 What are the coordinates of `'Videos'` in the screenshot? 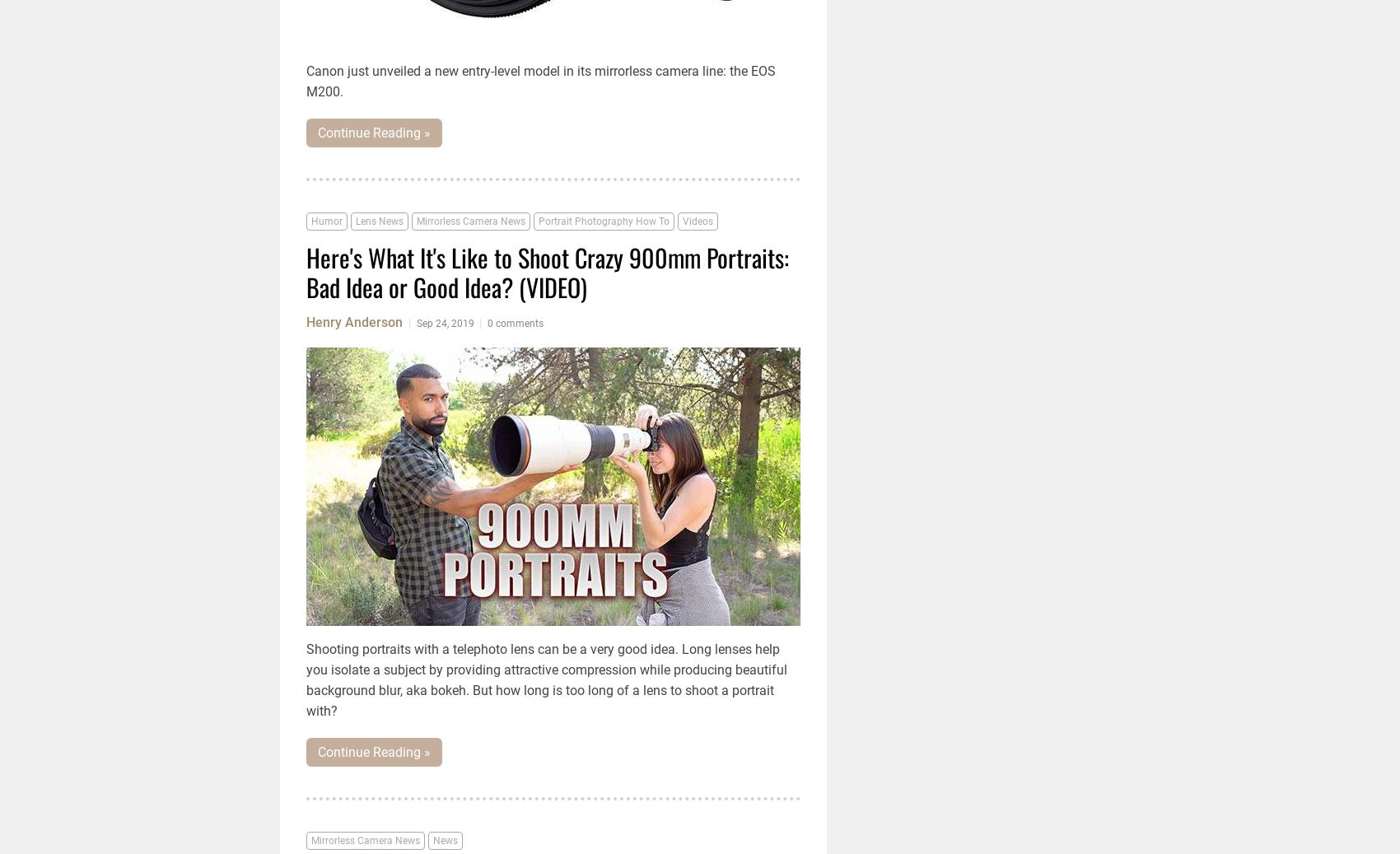 It's located at (681, 220).